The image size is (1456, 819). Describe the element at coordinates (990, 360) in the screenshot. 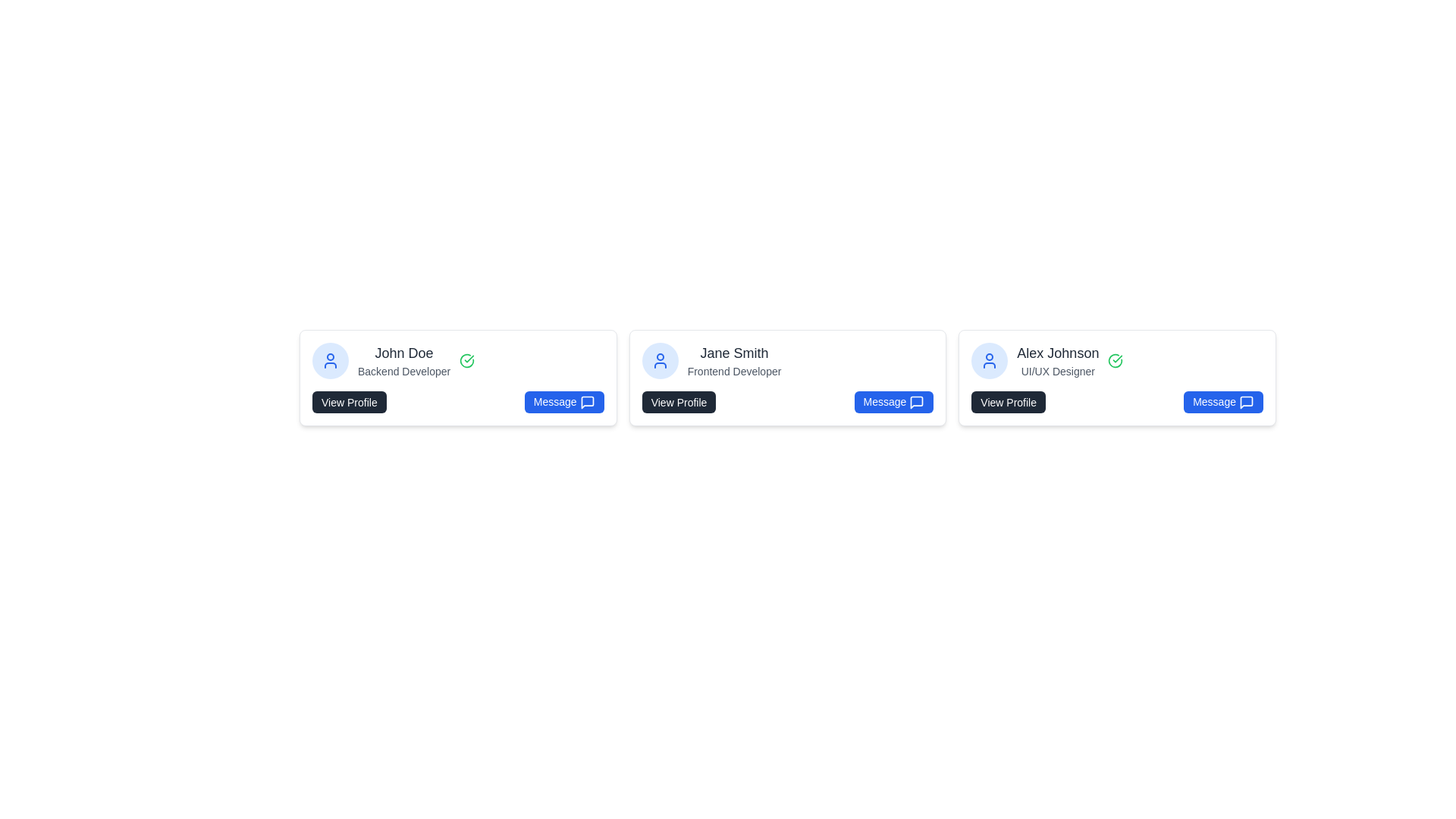

I see `the avatar icon representing 'Alex Johnson', which is the leftmost icon in the third profile card, located next to the text 'Alex Johnson'` at that location.